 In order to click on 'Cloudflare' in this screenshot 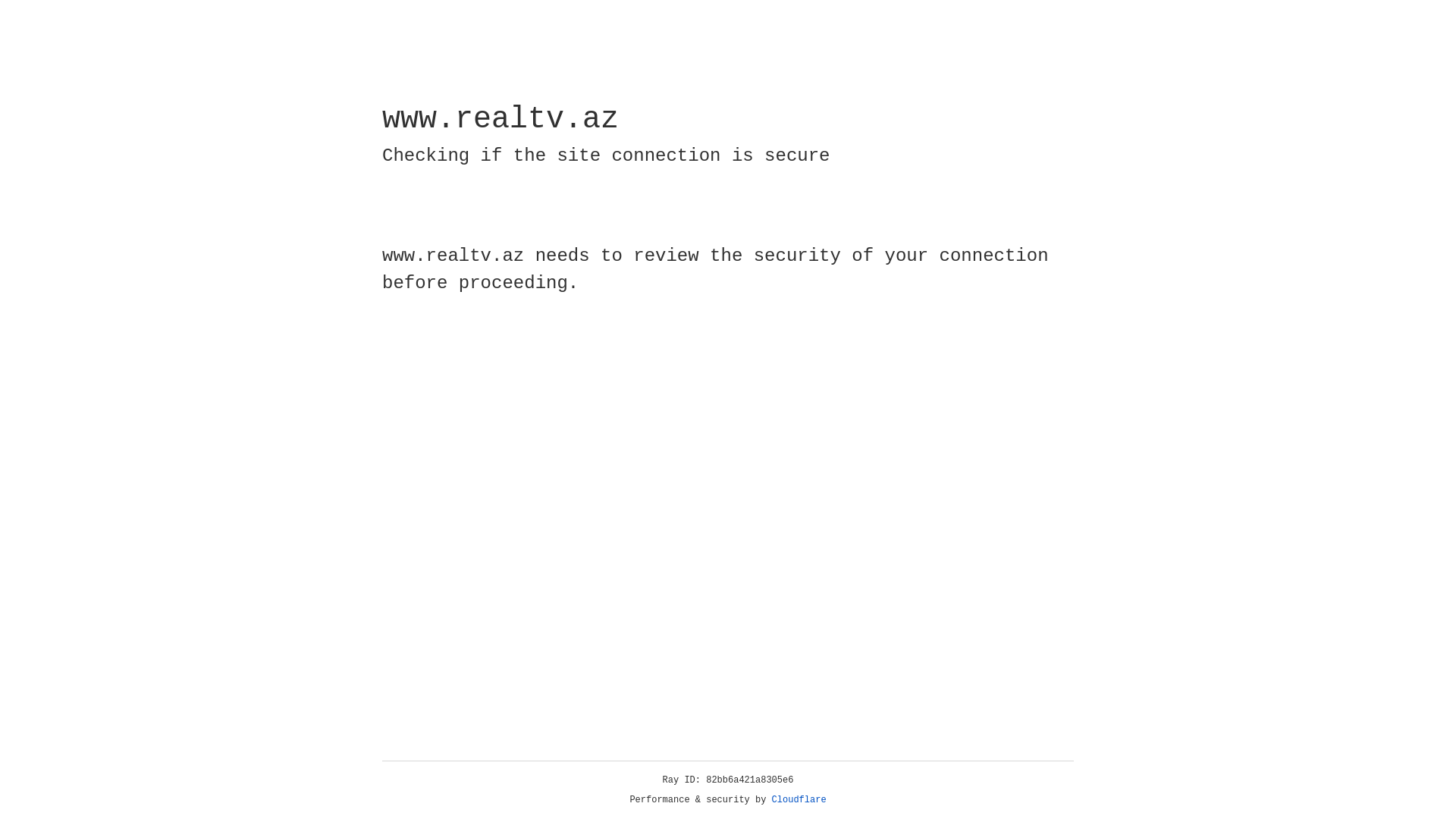, I will do `click(799, 799)`.